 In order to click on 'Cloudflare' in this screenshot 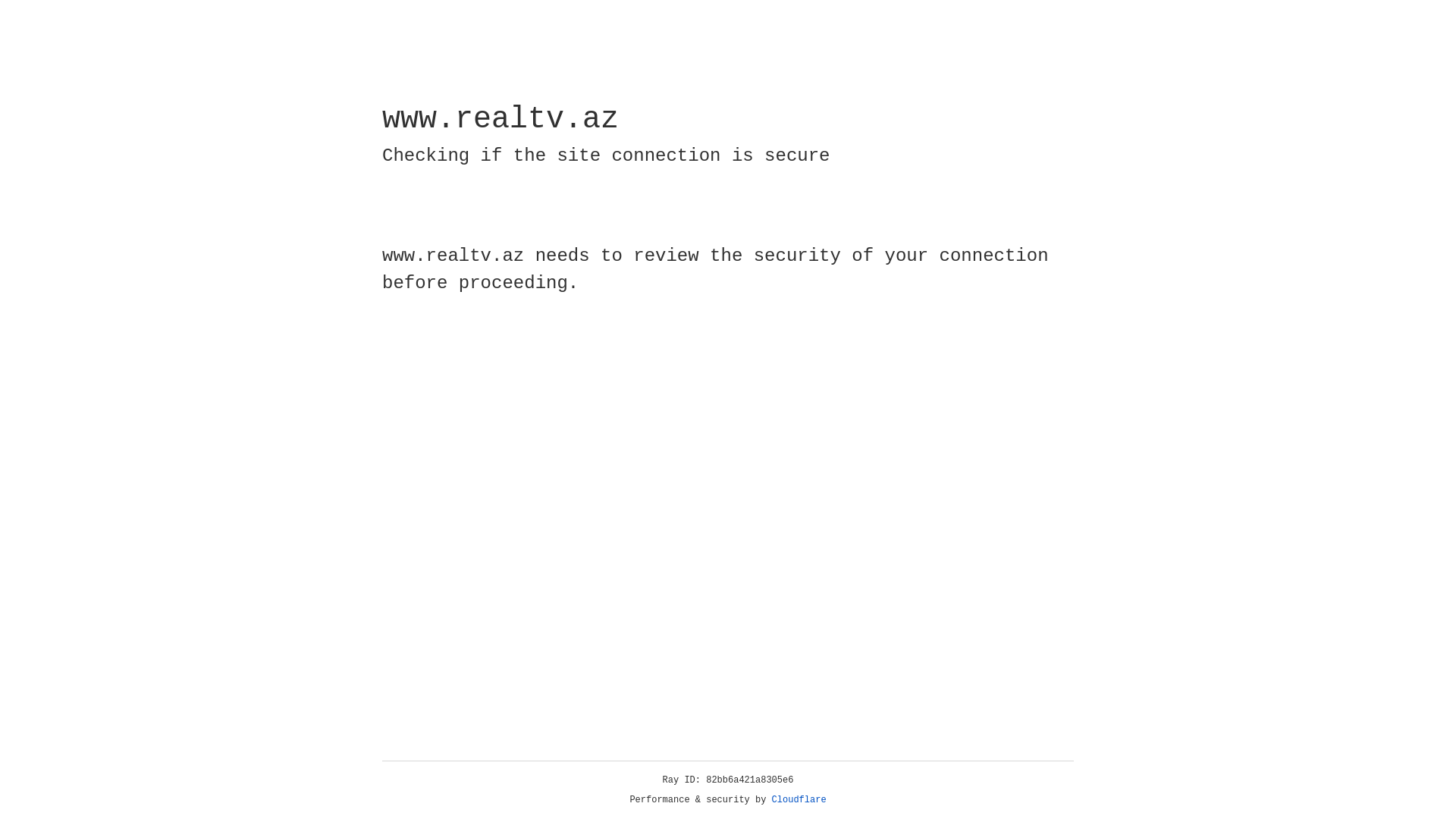, I will do `click(799, 799)`.